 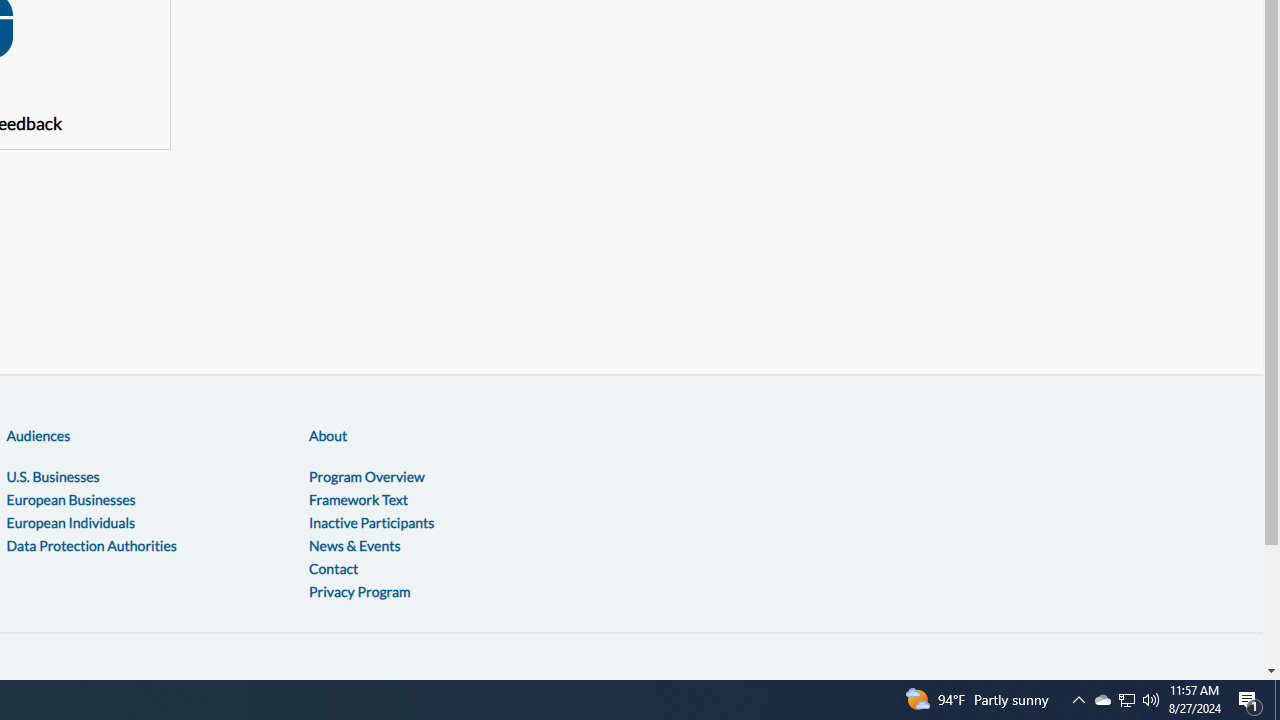 What do you see at coordinates (53, 476) in the screenshot?
I see `'U.S. Businesses'` at bounding box center [53, 476].